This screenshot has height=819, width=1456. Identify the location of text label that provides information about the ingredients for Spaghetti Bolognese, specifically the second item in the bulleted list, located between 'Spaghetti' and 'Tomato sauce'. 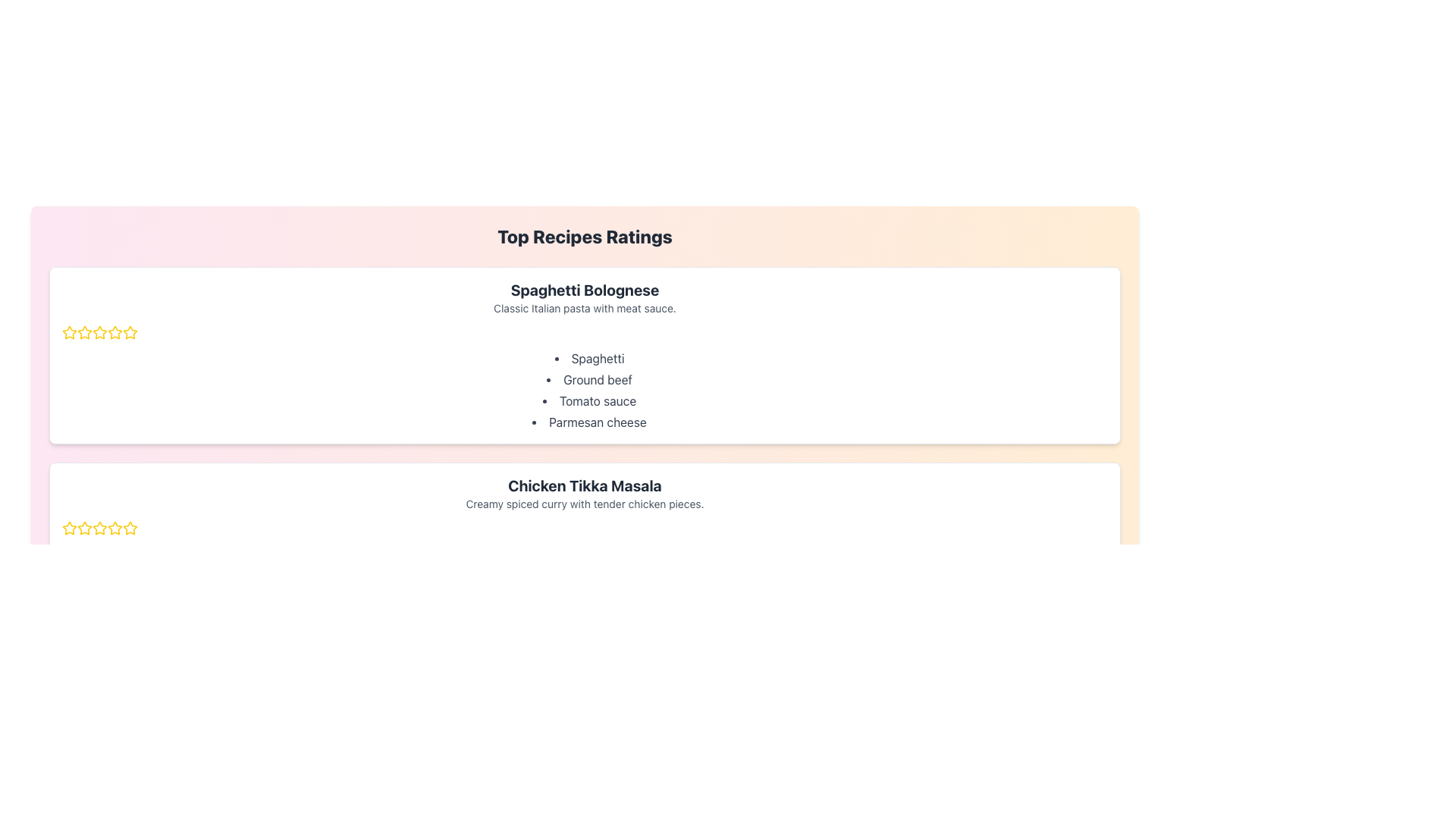
(588, 379).